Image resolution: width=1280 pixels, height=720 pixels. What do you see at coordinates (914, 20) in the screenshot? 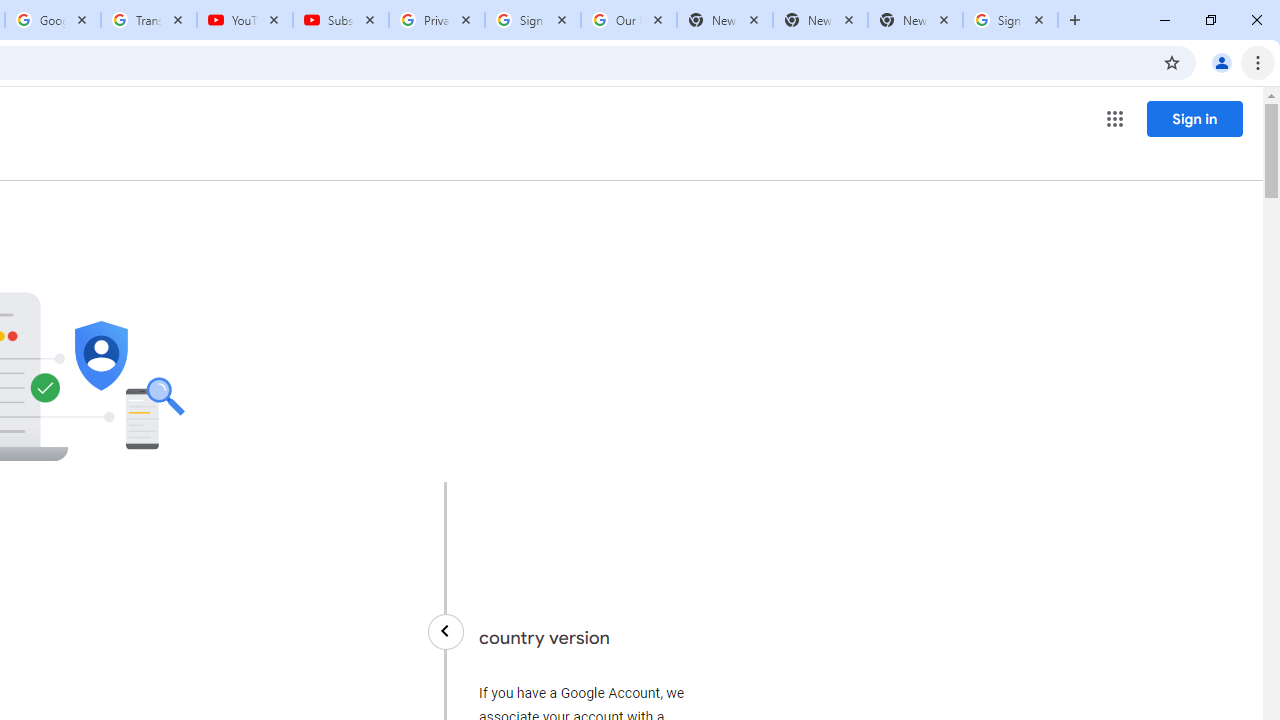
I see `'New Tab'` at bounding box center [914, 20].